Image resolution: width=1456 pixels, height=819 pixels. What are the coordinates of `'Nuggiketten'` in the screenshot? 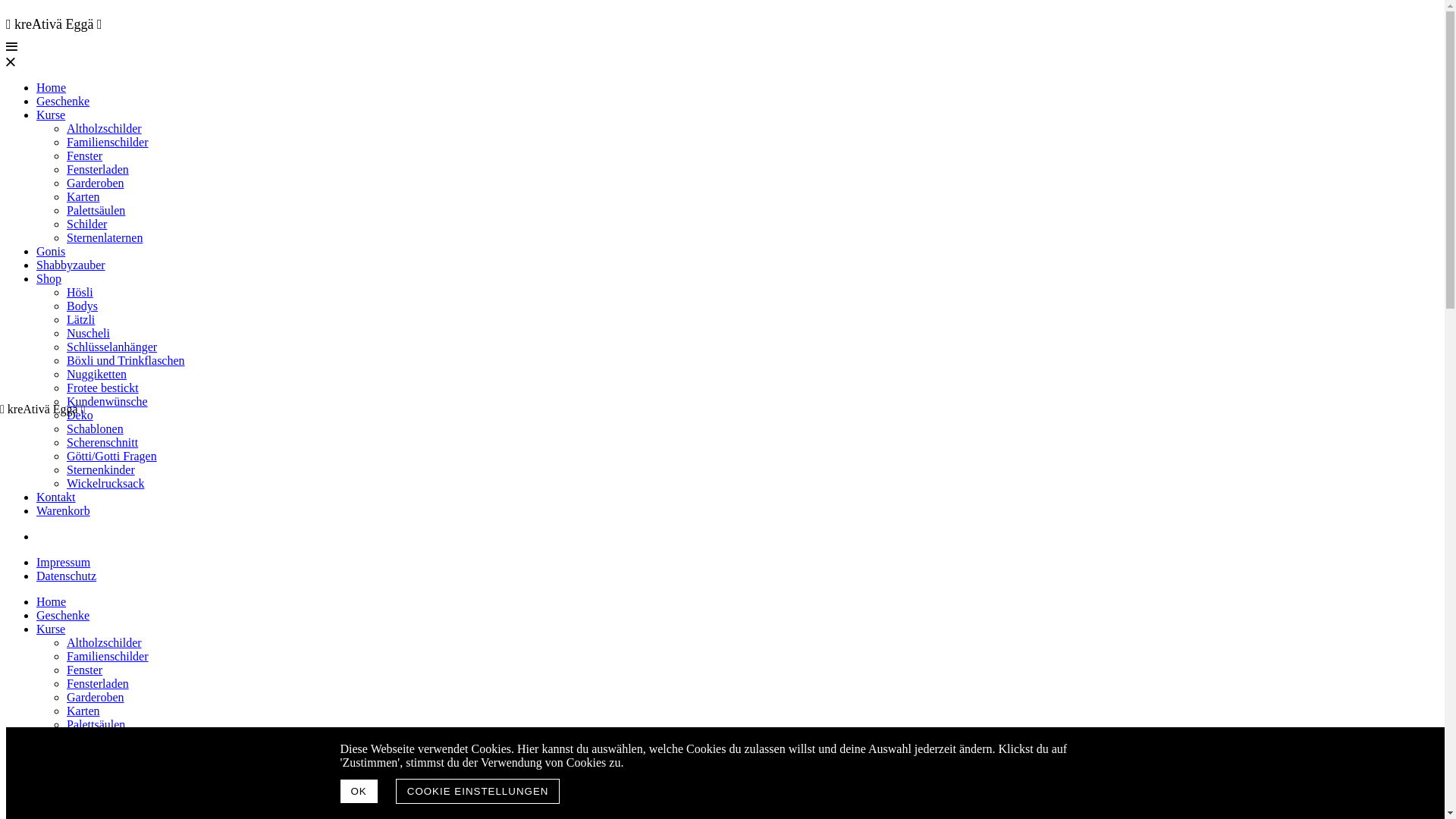 It's located at (96, 374).